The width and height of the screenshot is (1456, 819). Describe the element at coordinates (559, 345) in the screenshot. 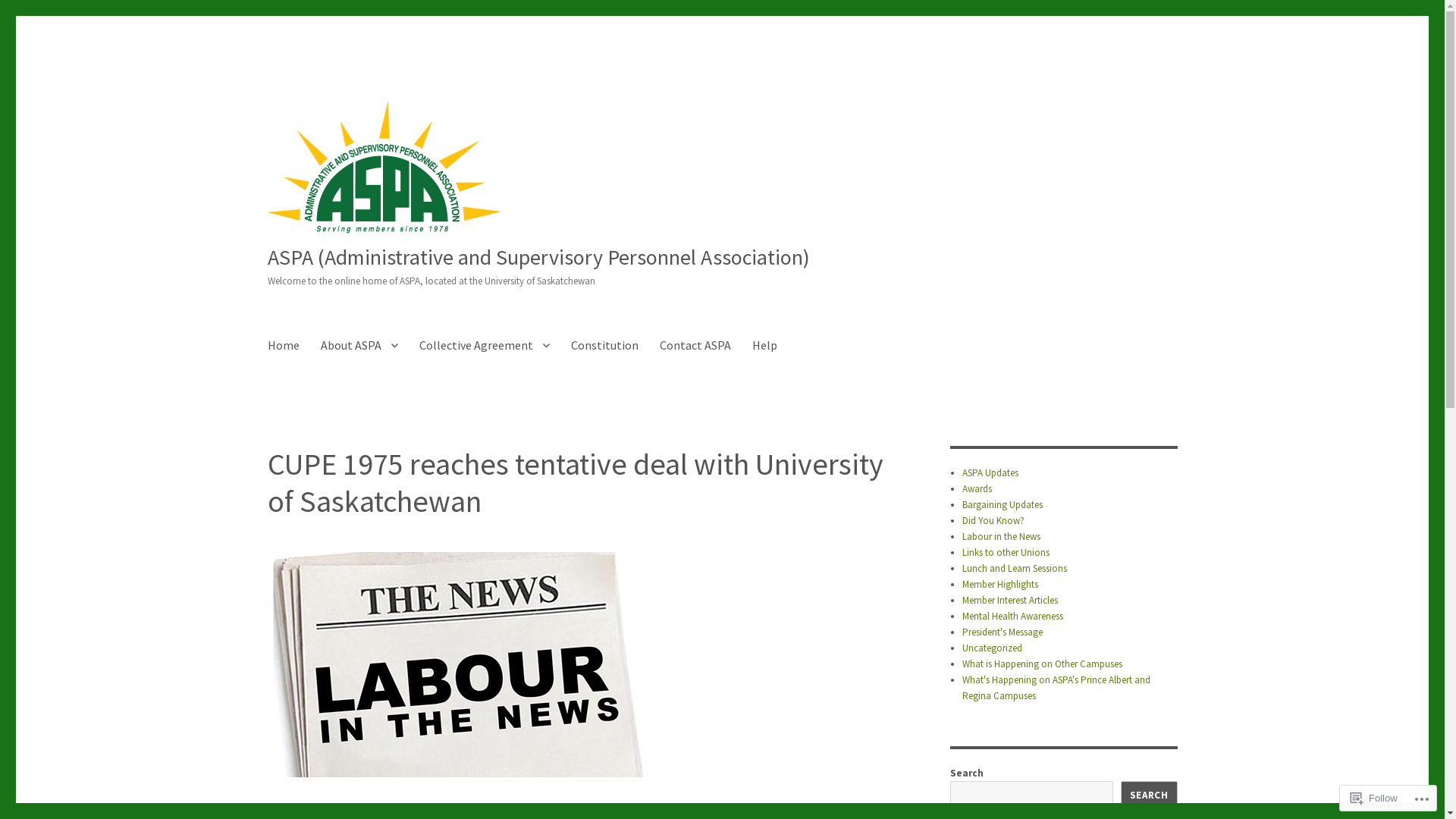

I see `'Constitution'` at that location.